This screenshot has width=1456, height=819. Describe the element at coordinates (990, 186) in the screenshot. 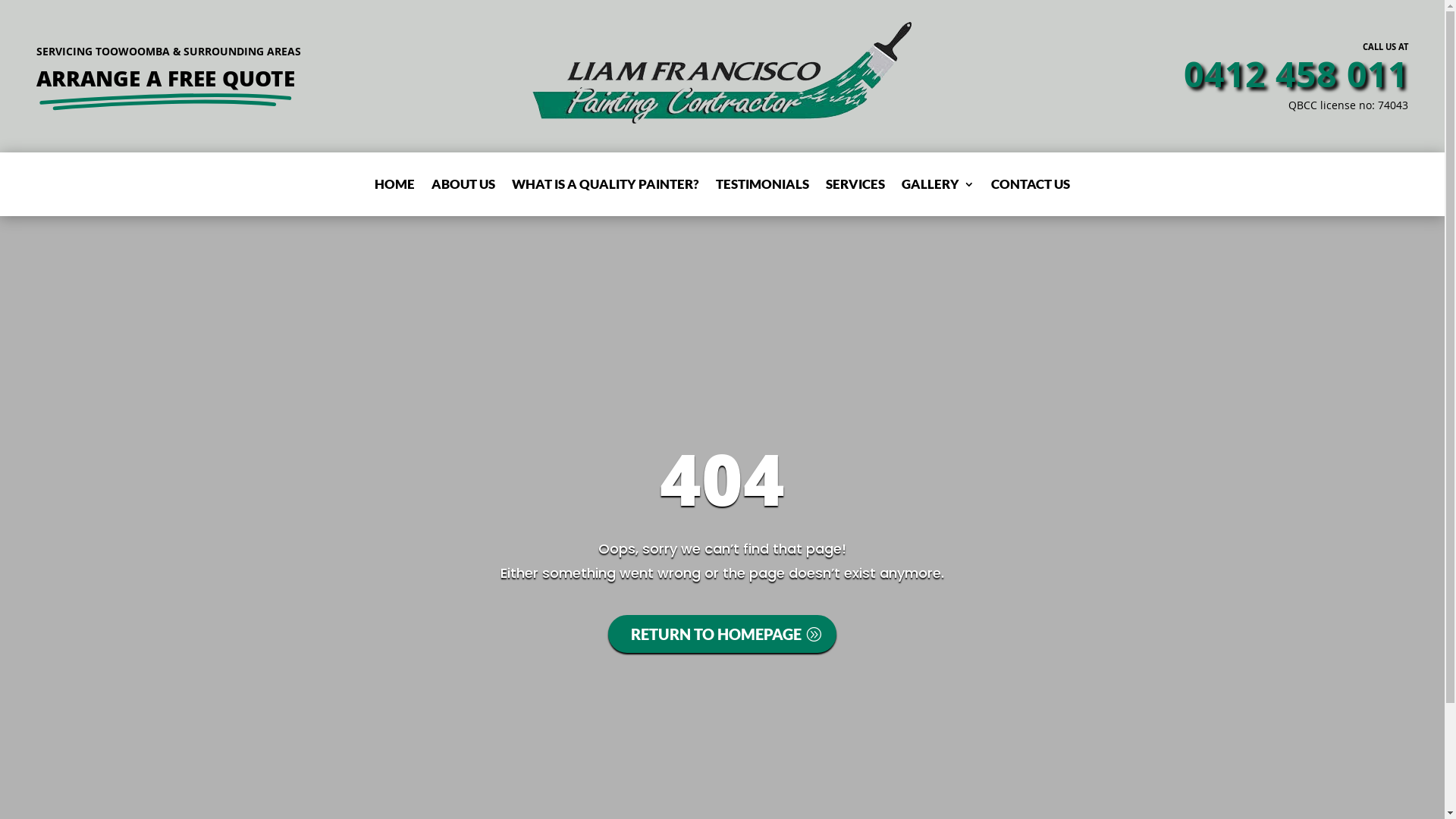

I see `'CONTACT US'` at that location.